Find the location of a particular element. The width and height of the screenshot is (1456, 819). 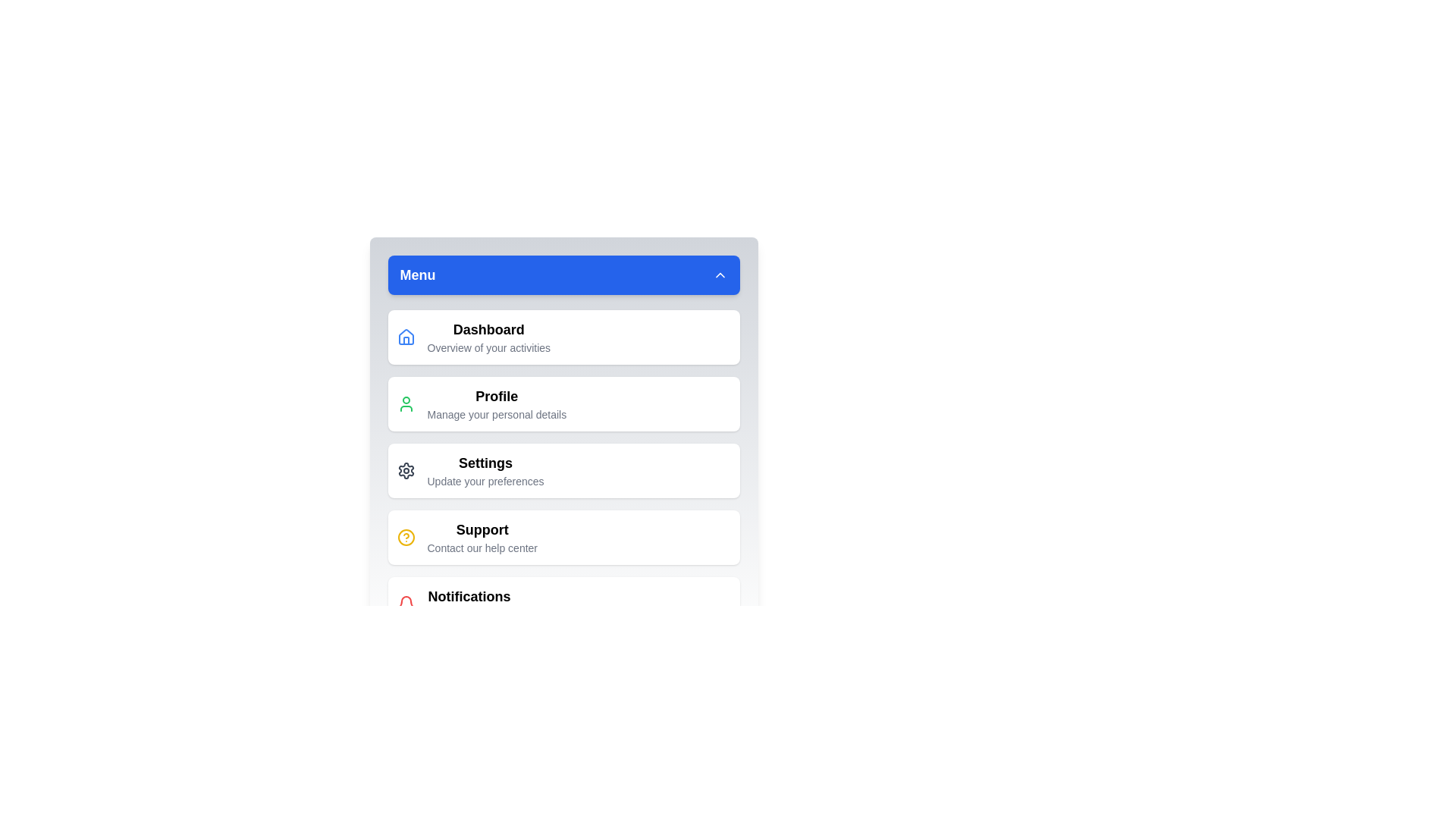

the informational text label located in the 'Support' section of the menu, positioned just below the bold 'Support' heading is located at coordinates (482, 548).